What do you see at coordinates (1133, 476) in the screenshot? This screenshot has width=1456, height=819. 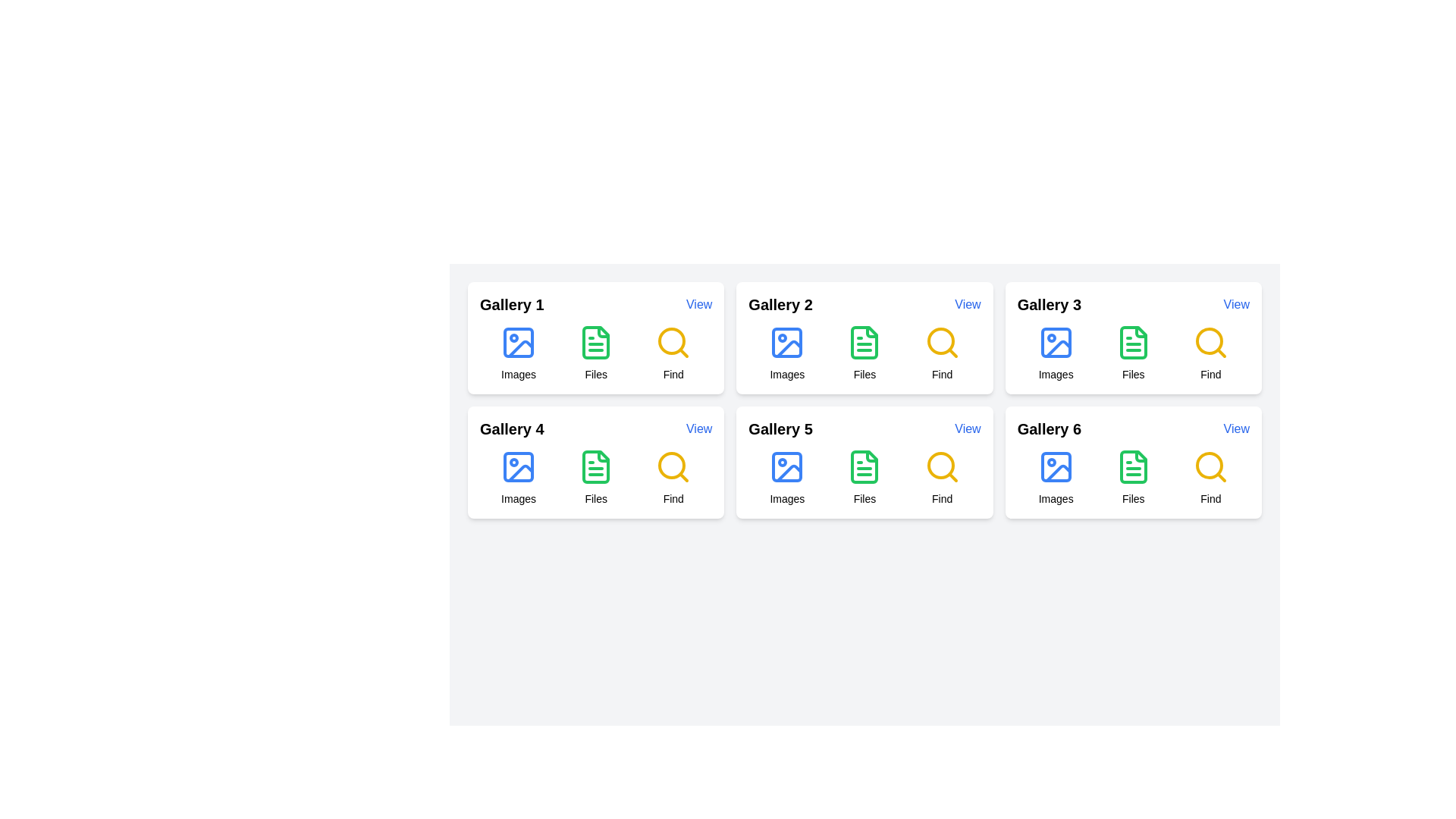 I see `the green file icon labeled 'Files' located in the bottom row of the grid within the 'Gallery 6' section` at bounding box center [1133, 476].